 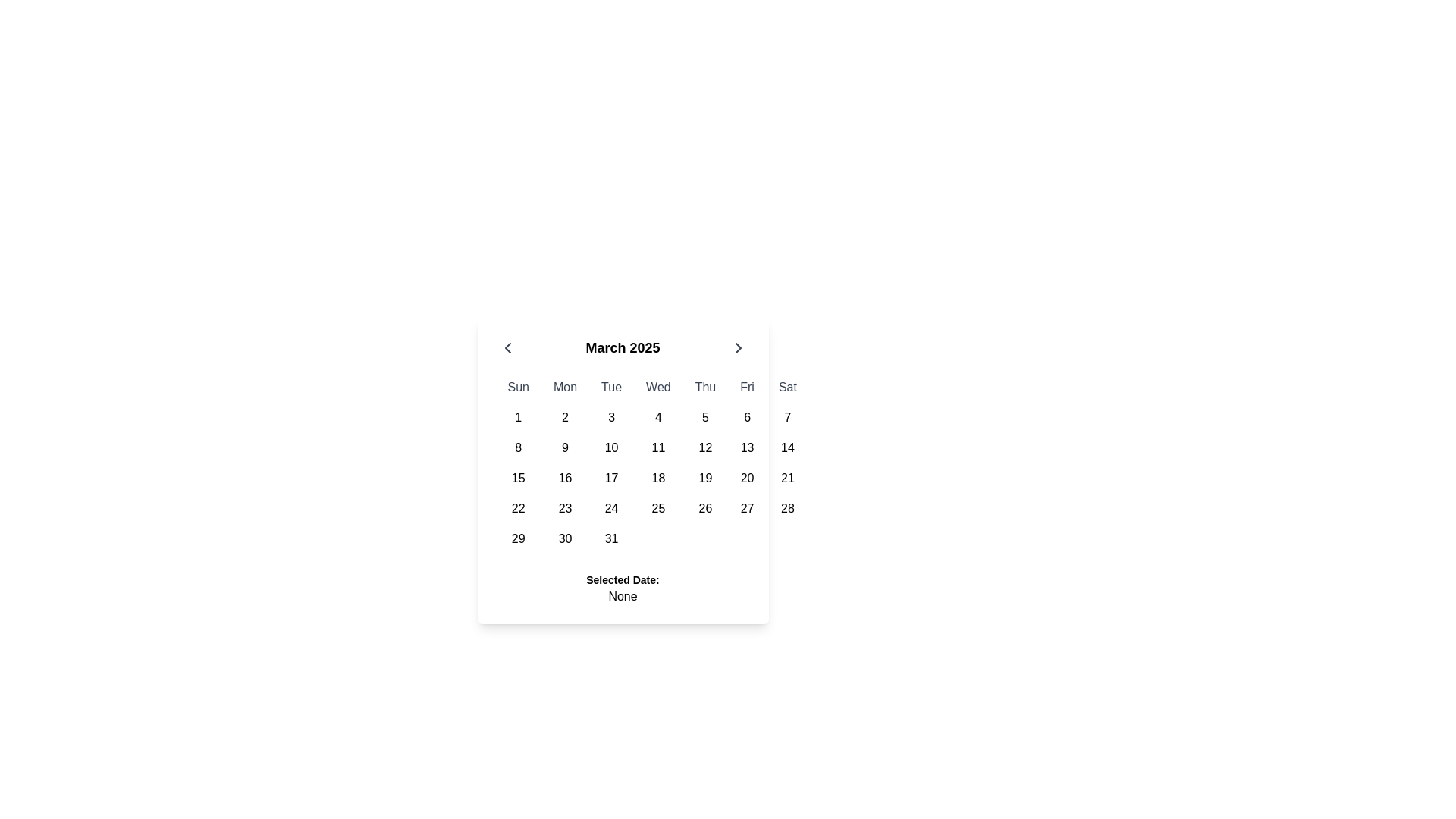 What do you see at coordinates (564, 418) in the screenshot?
I see `the clickable date label with the text '2' in the calendar grid` at bounding box center [564, 418].